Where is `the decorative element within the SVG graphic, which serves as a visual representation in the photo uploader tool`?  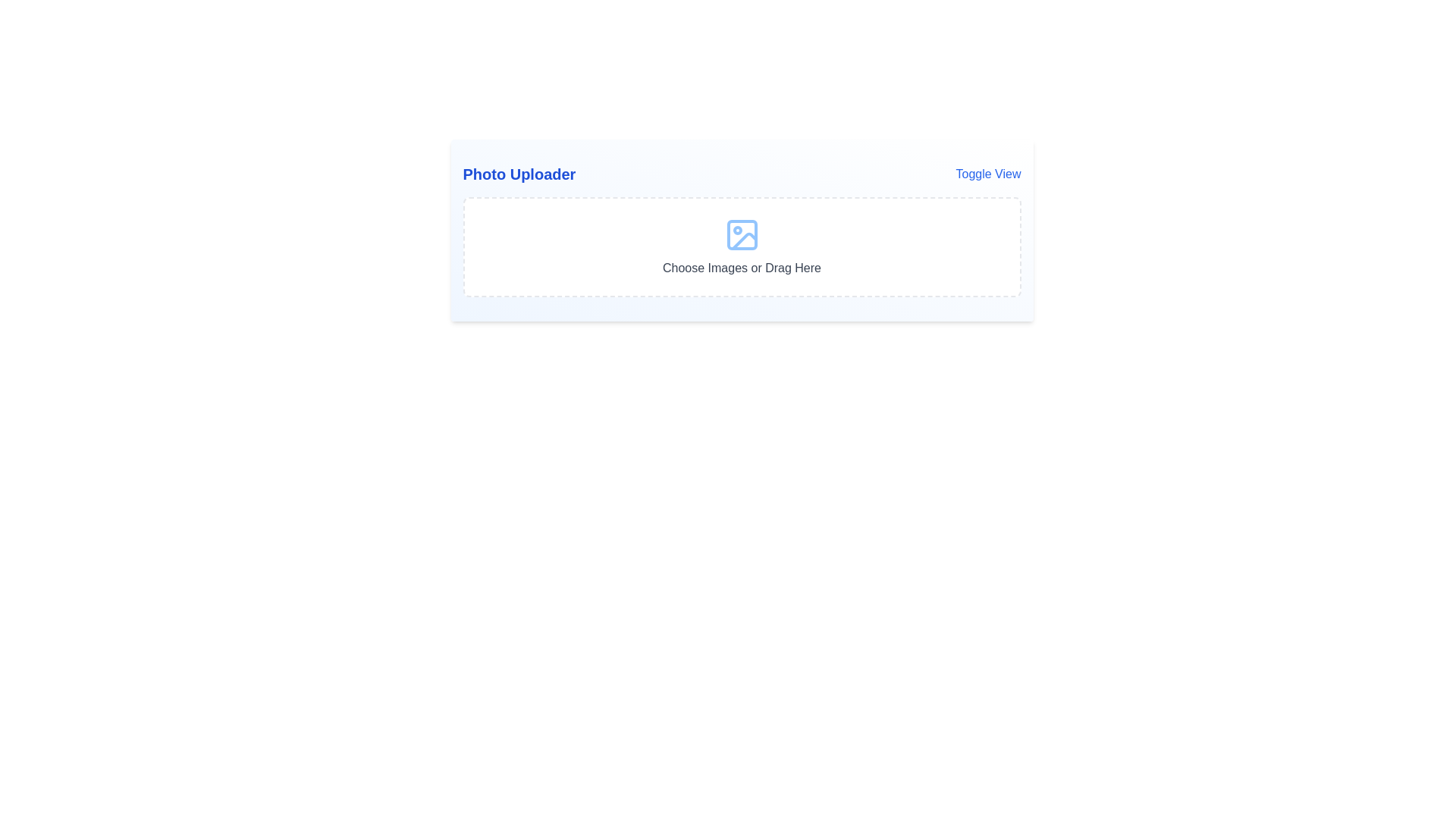
the decorative element within the SVG graphic, which serves as a visual representation in the photo uploader tool is located at coordinates (742, 234).